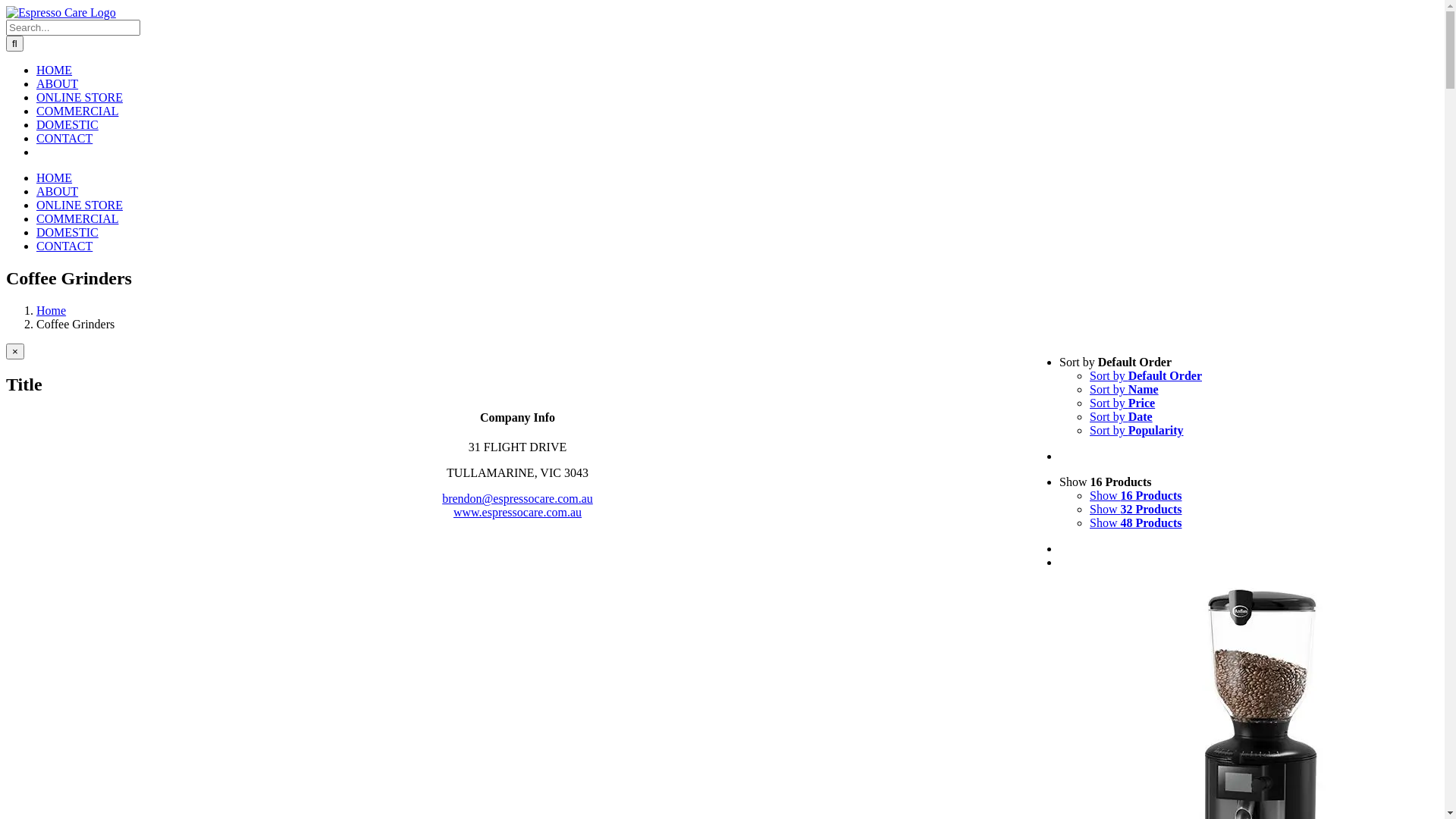 The height and width of the screenshot is (819, 1456). What do you see at coordinates (1135, 509) in the screenshot?
I see `'Show 32 Products'` at bounding box center [1135, 509].